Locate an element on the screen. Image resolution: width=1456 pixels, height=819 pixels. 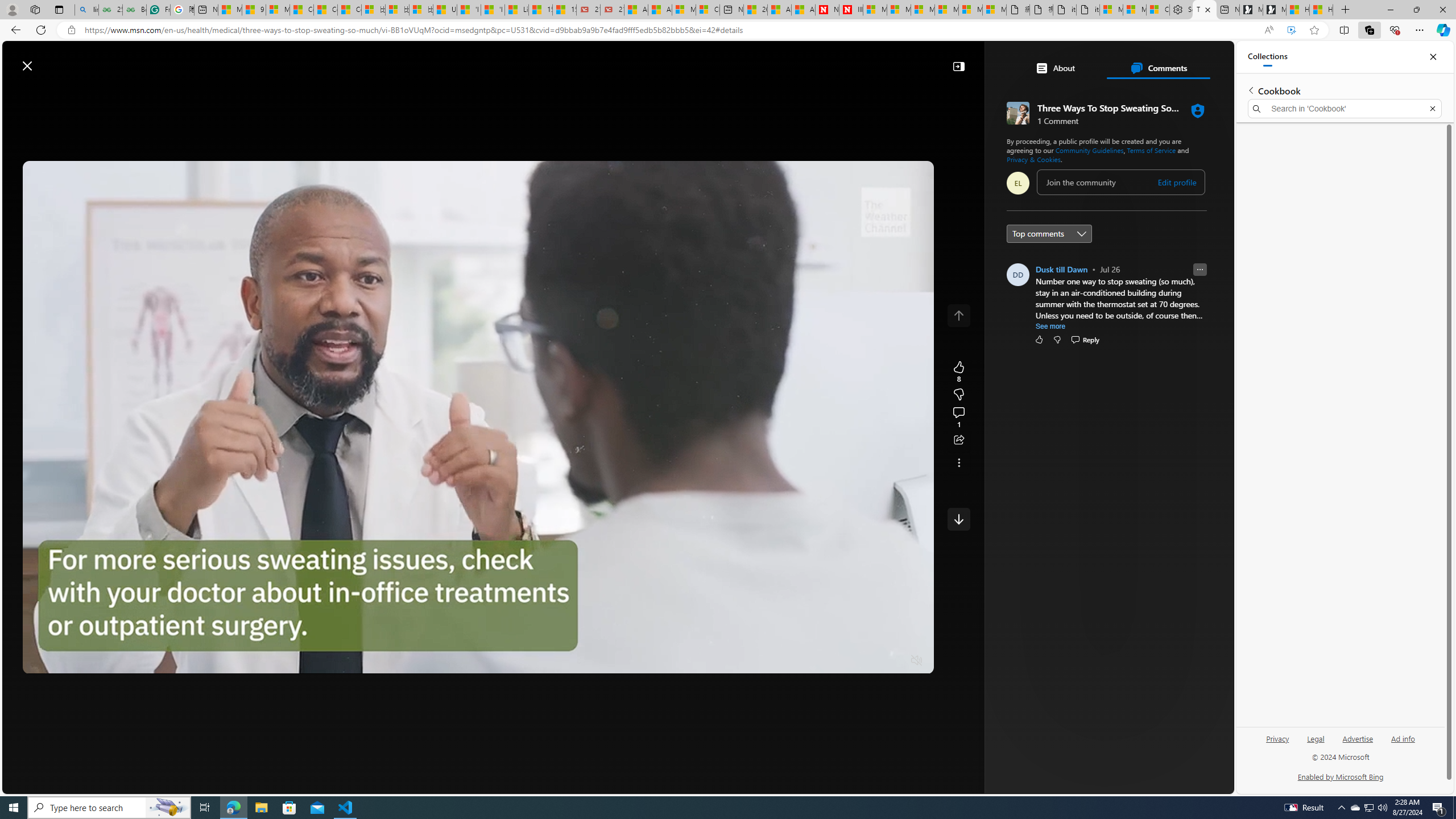
'Exit search' is located at coordinates (1433, 109).